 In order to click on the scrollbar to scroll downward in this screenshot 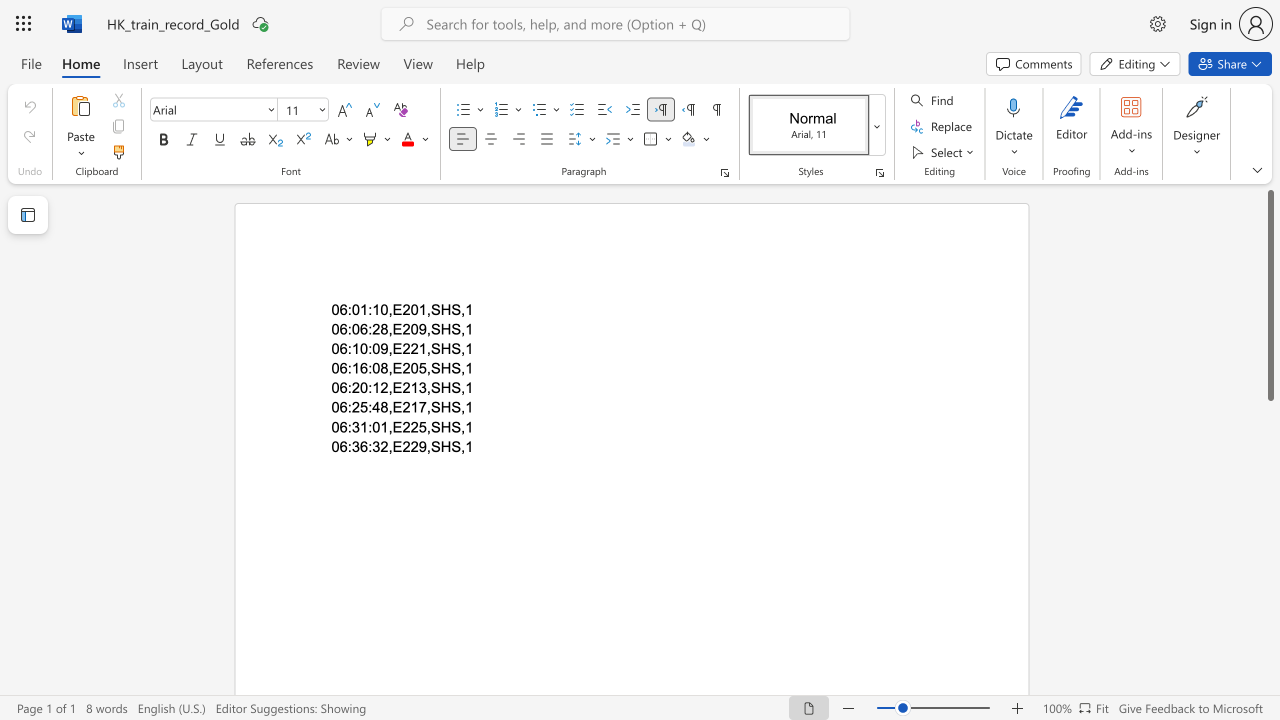, I will do `click(1269, 678)`.